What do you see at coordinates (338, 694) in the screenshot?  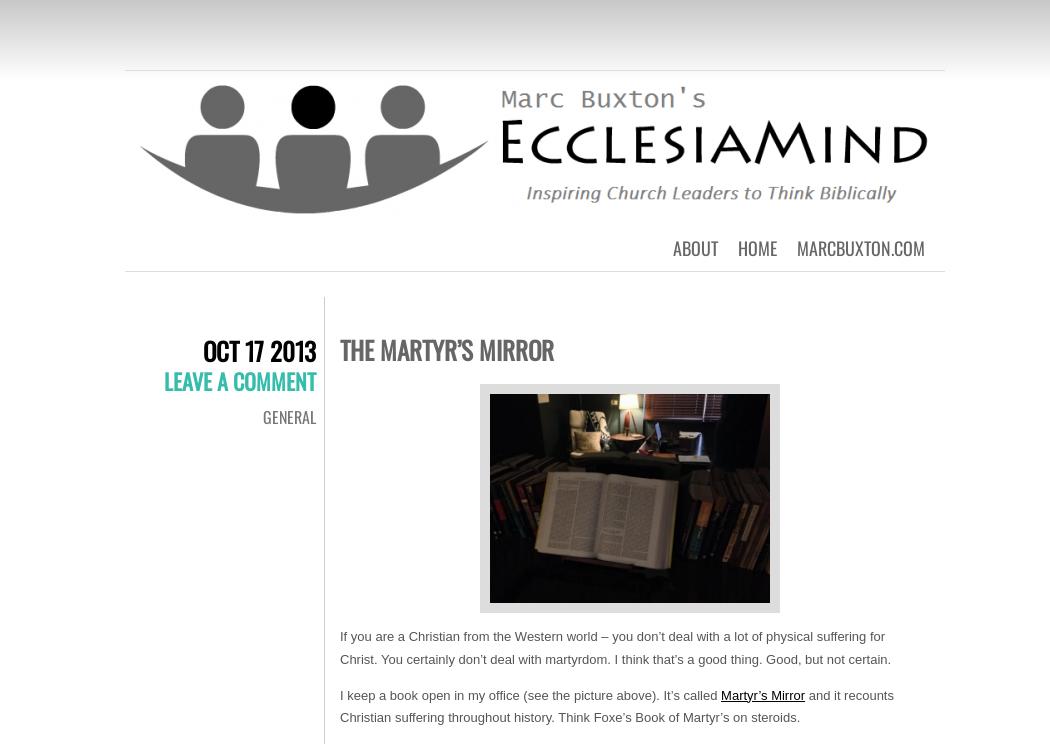 I see `'I keep a book open in my office (see the picture above). It’s called'` at bounding box center [338, 694].